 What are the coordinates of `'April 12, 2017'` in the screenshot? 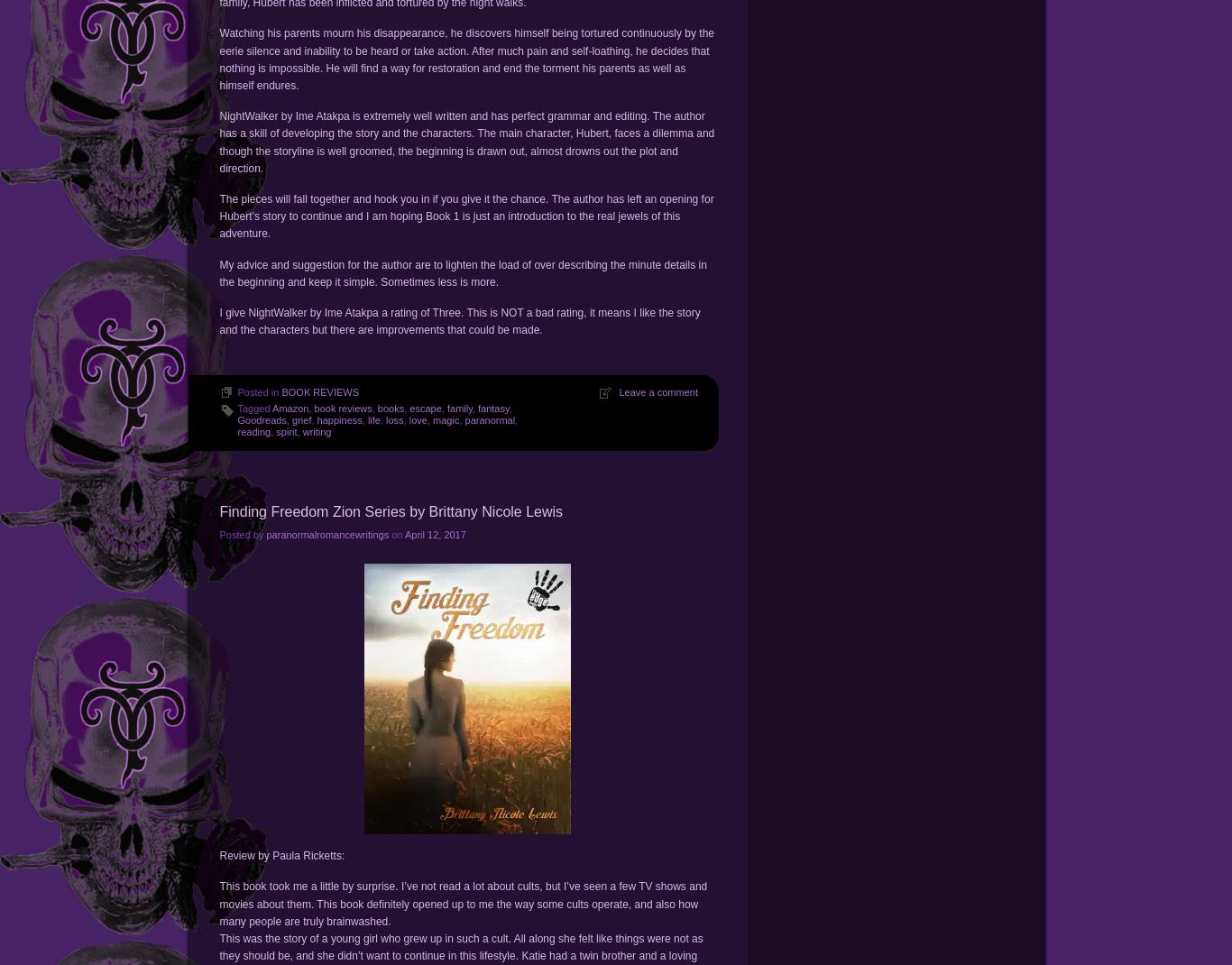 It's located at (435, 533).